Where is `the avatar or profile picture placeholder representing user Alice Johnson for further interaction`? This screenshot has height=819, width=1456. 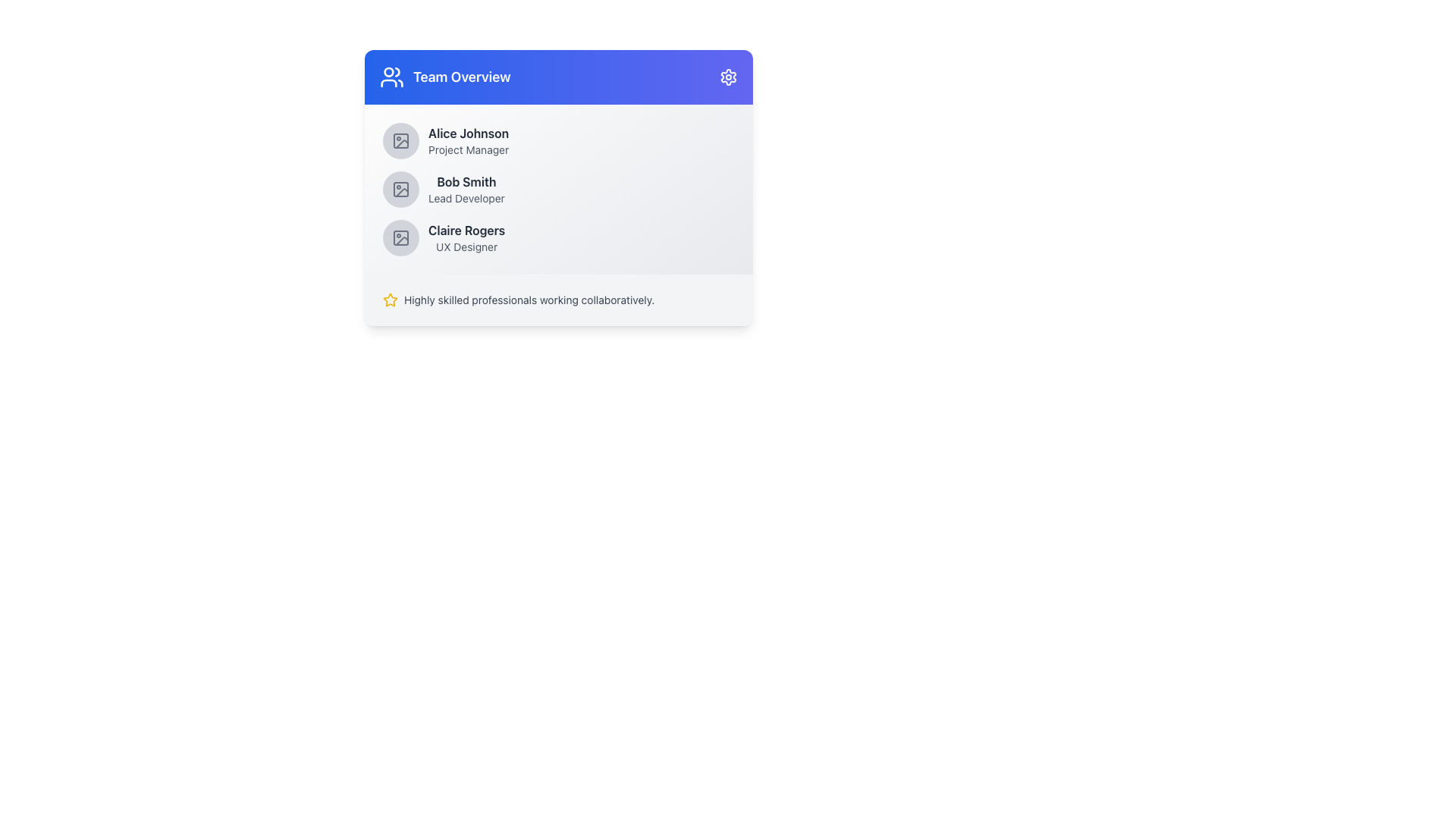
the avatar or profile picture placeholder representing user Alice Johnson for further interaction is located at coordinates (400, 140).